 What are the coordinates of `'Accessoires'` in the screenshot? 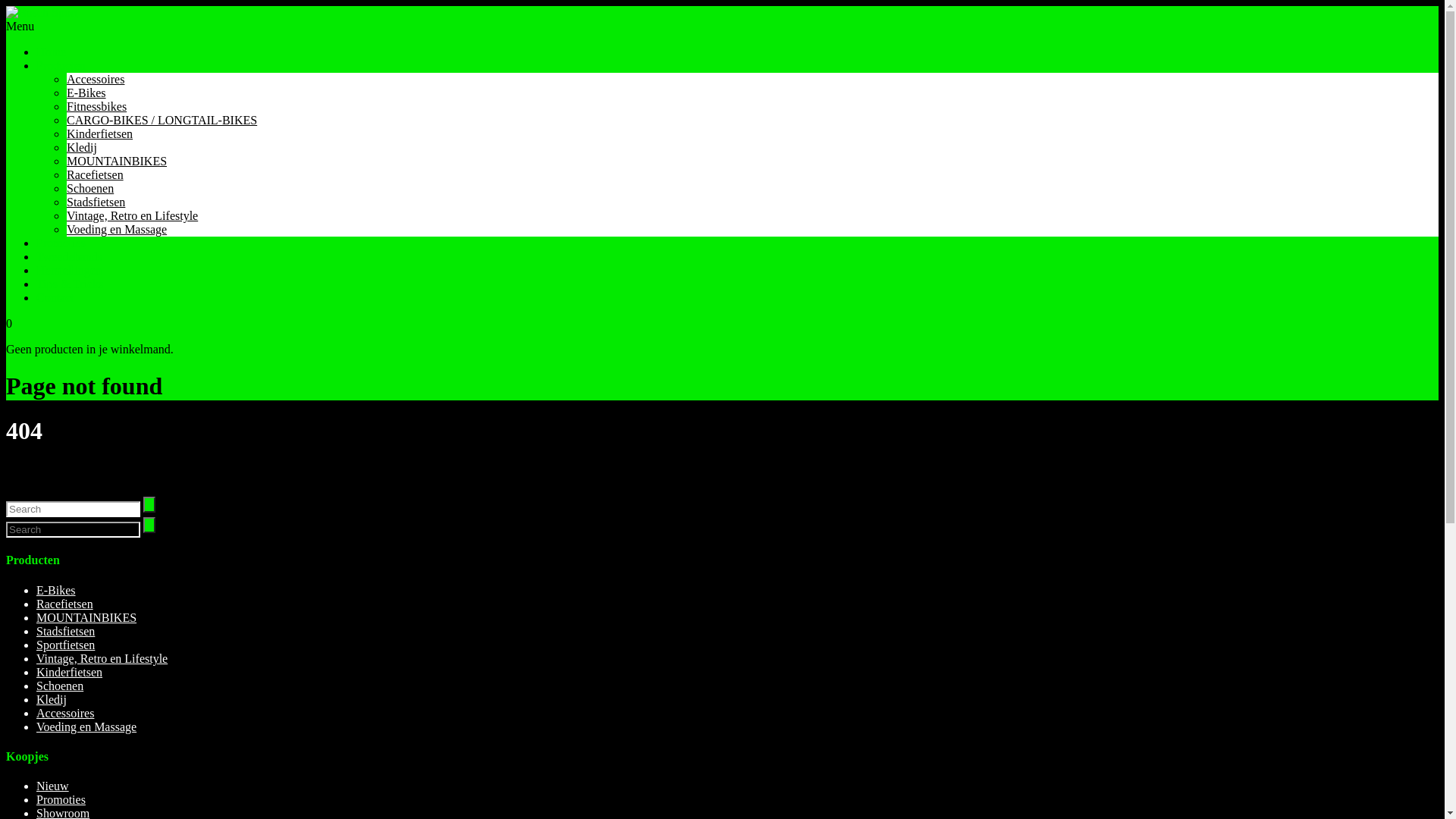 It's located at (36, 713).